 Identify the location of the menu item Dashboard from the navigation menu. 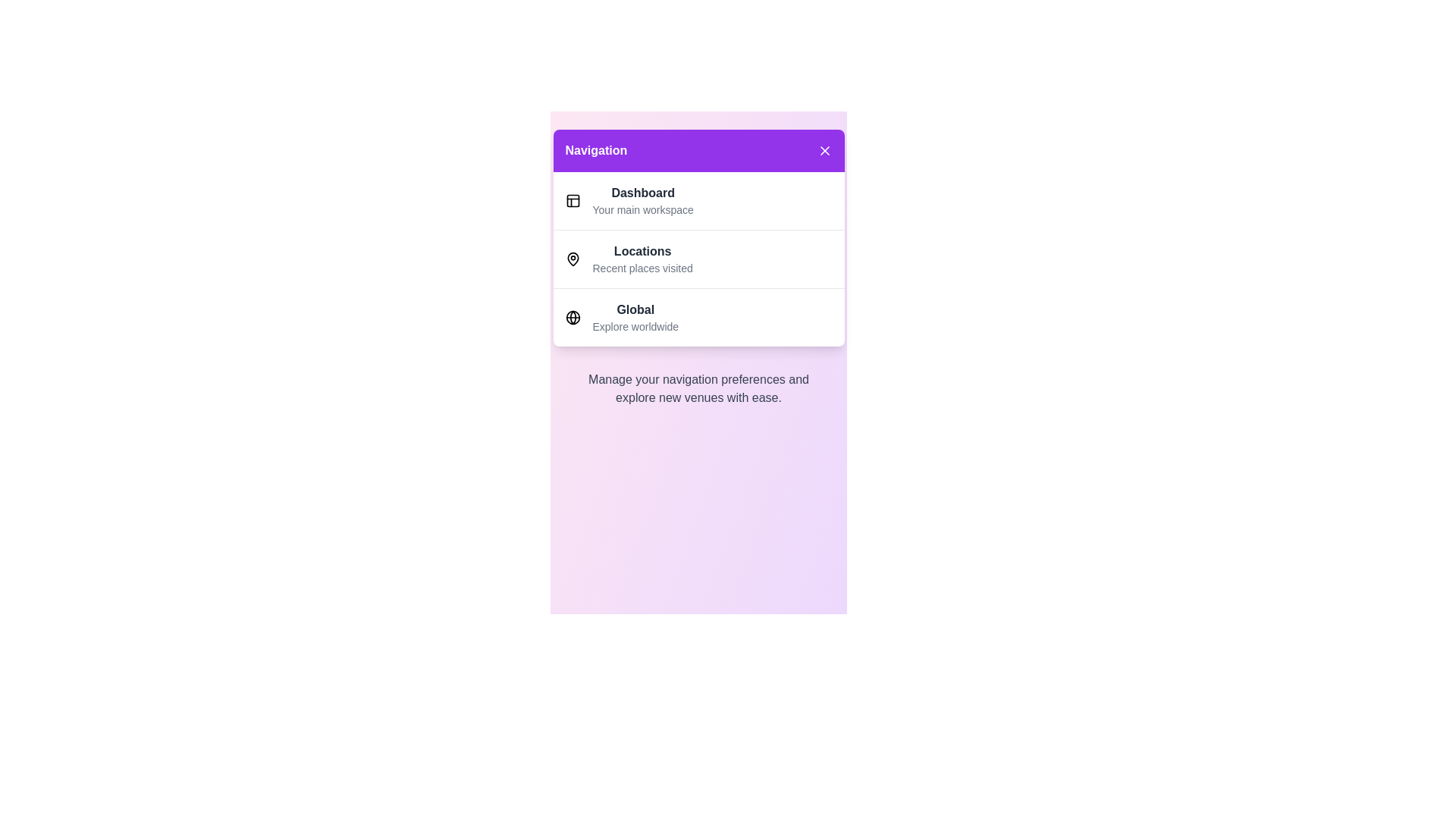
(644, 200).